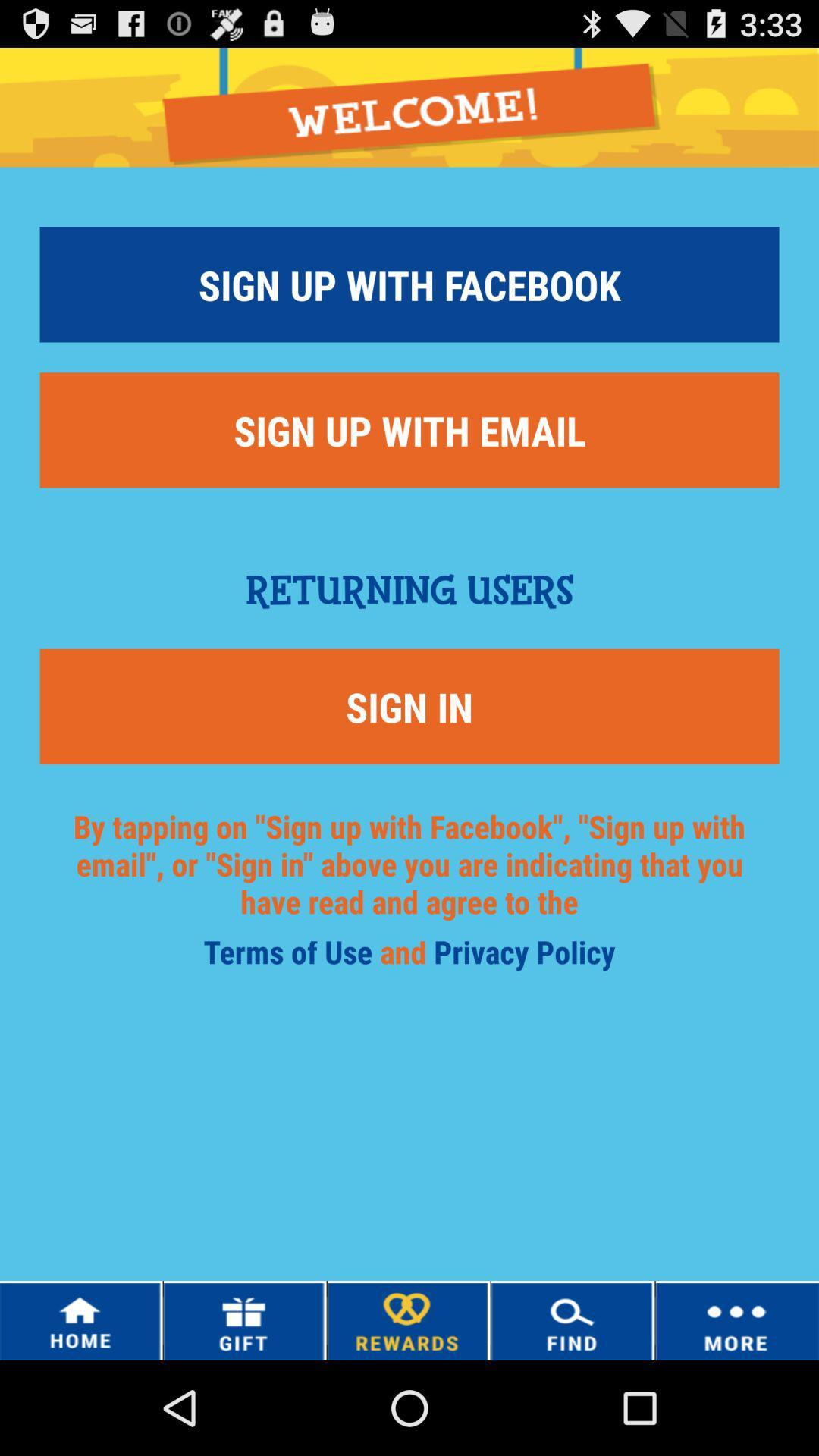 This screenshot has width=819, height=1456. I want to click on the item below sign in item, so click(291, 956).